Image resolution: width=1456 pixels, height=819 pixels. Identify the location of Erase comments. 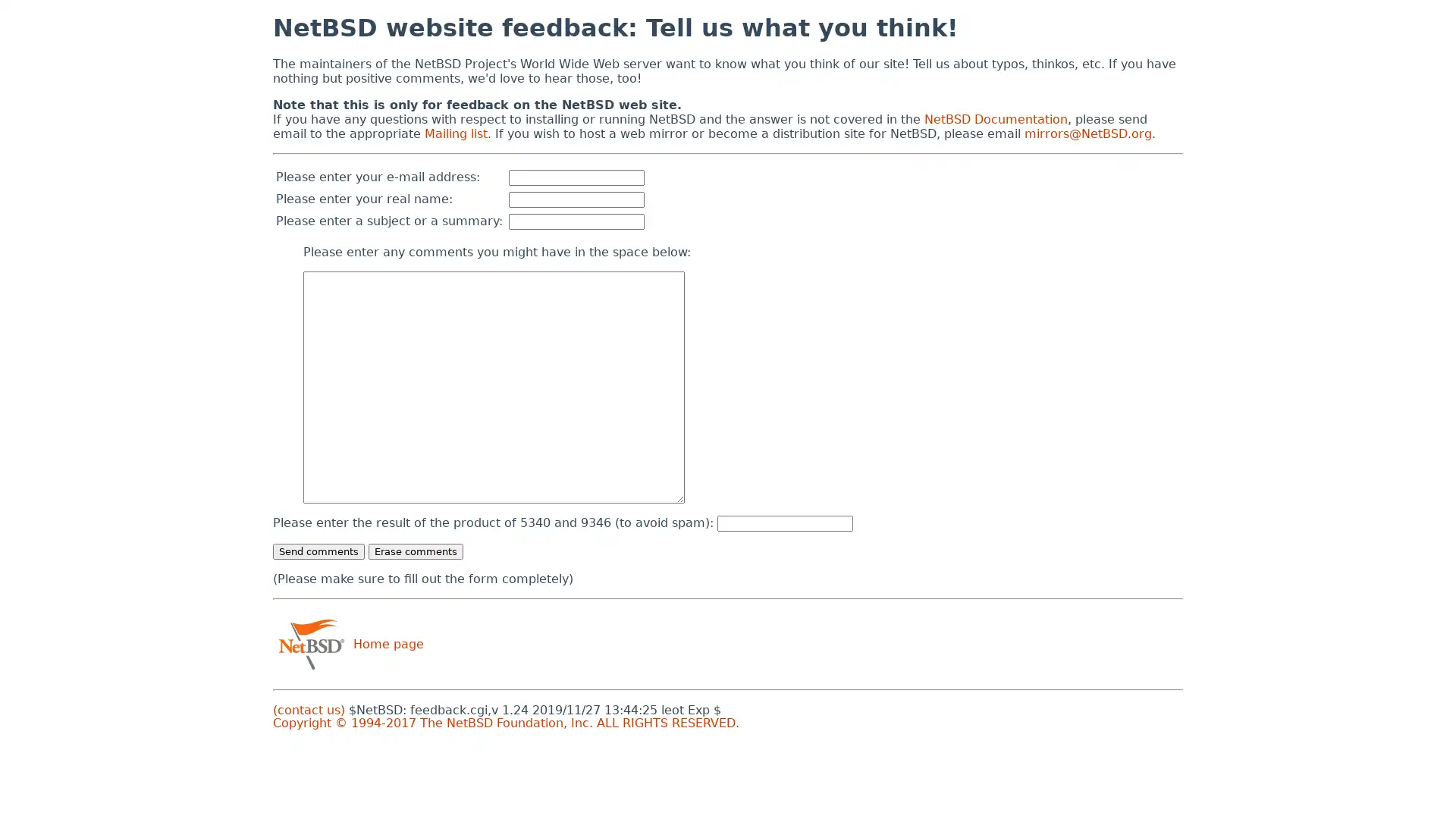
(416, 551).